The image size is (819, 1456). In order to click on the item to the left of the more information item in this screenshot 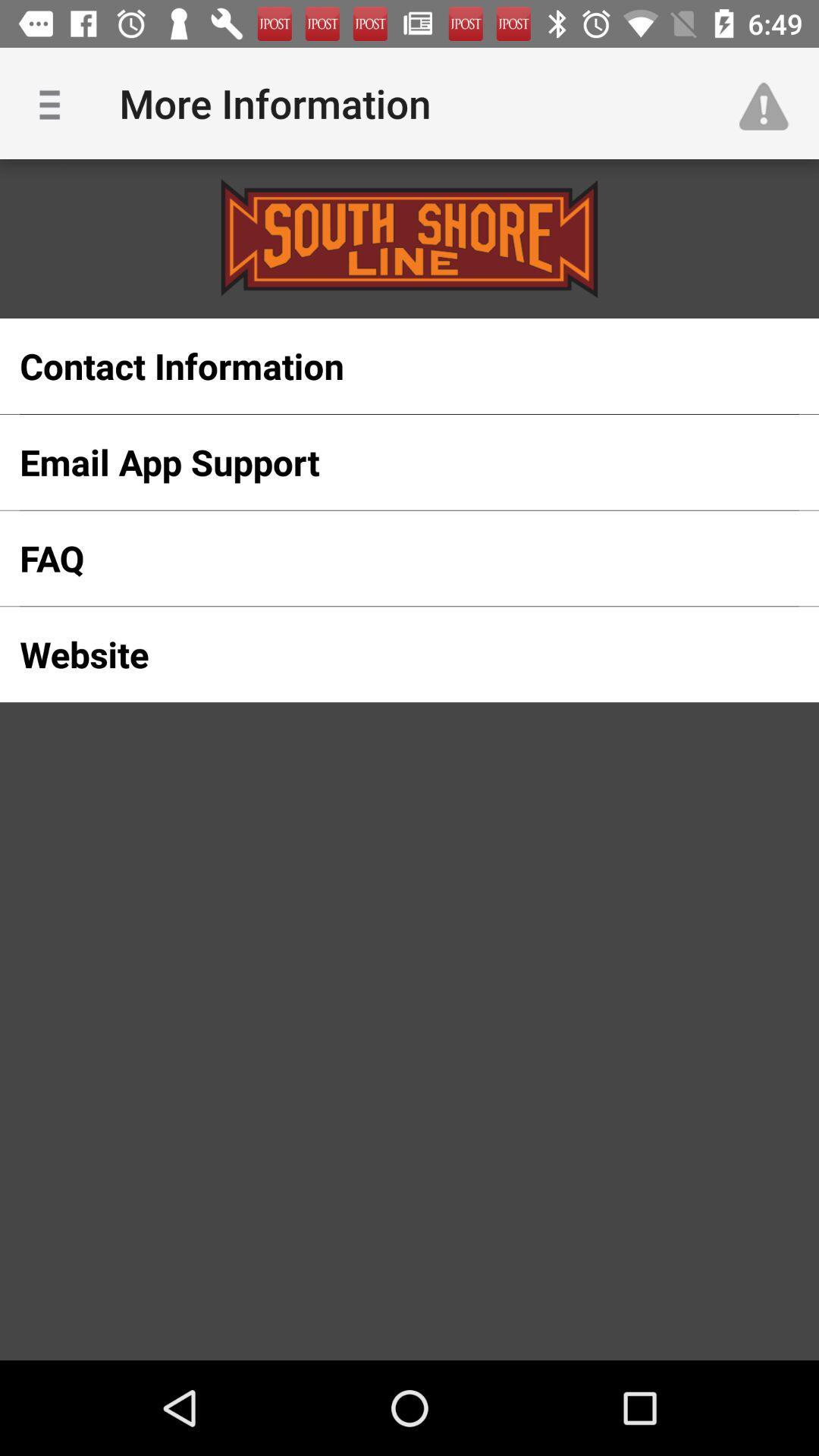, I will do `click(55, 102)`.